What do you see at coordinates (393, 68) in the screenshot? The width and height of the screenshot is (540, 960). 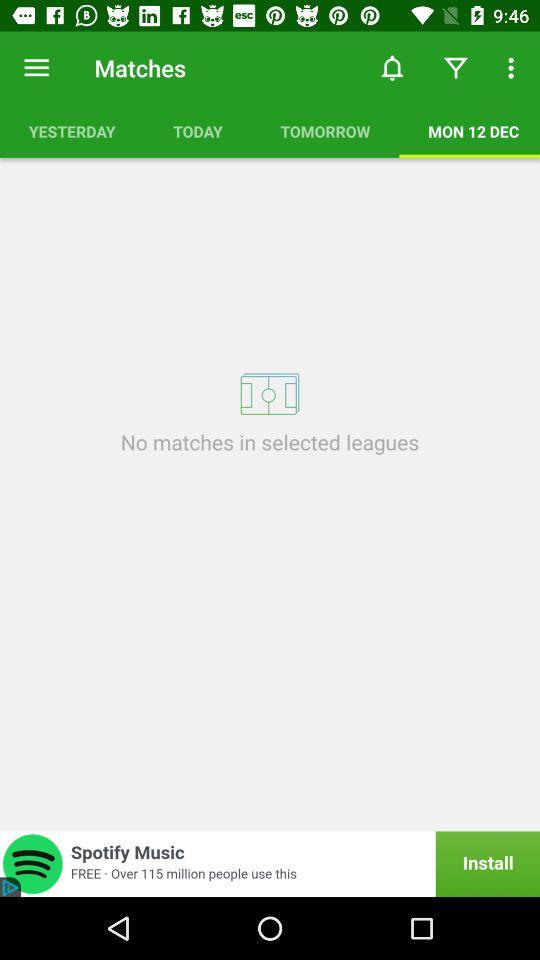 I see `icon to the right of the today icon` at bounding box center [393, 68].